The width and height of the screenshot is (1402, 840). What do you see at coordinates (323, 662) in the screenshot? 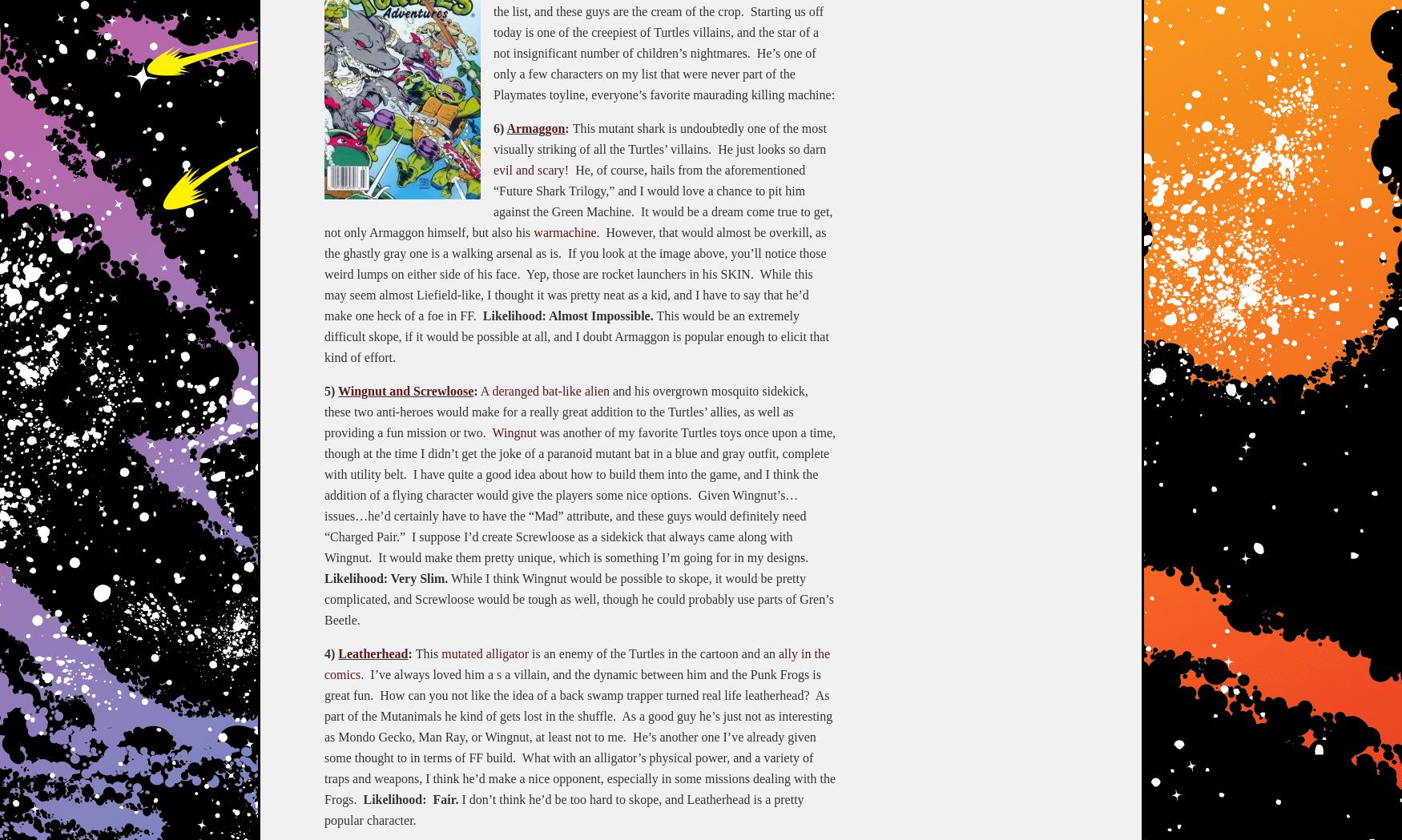
I see `'ally in the comics'` at bounding box center [323, 662].